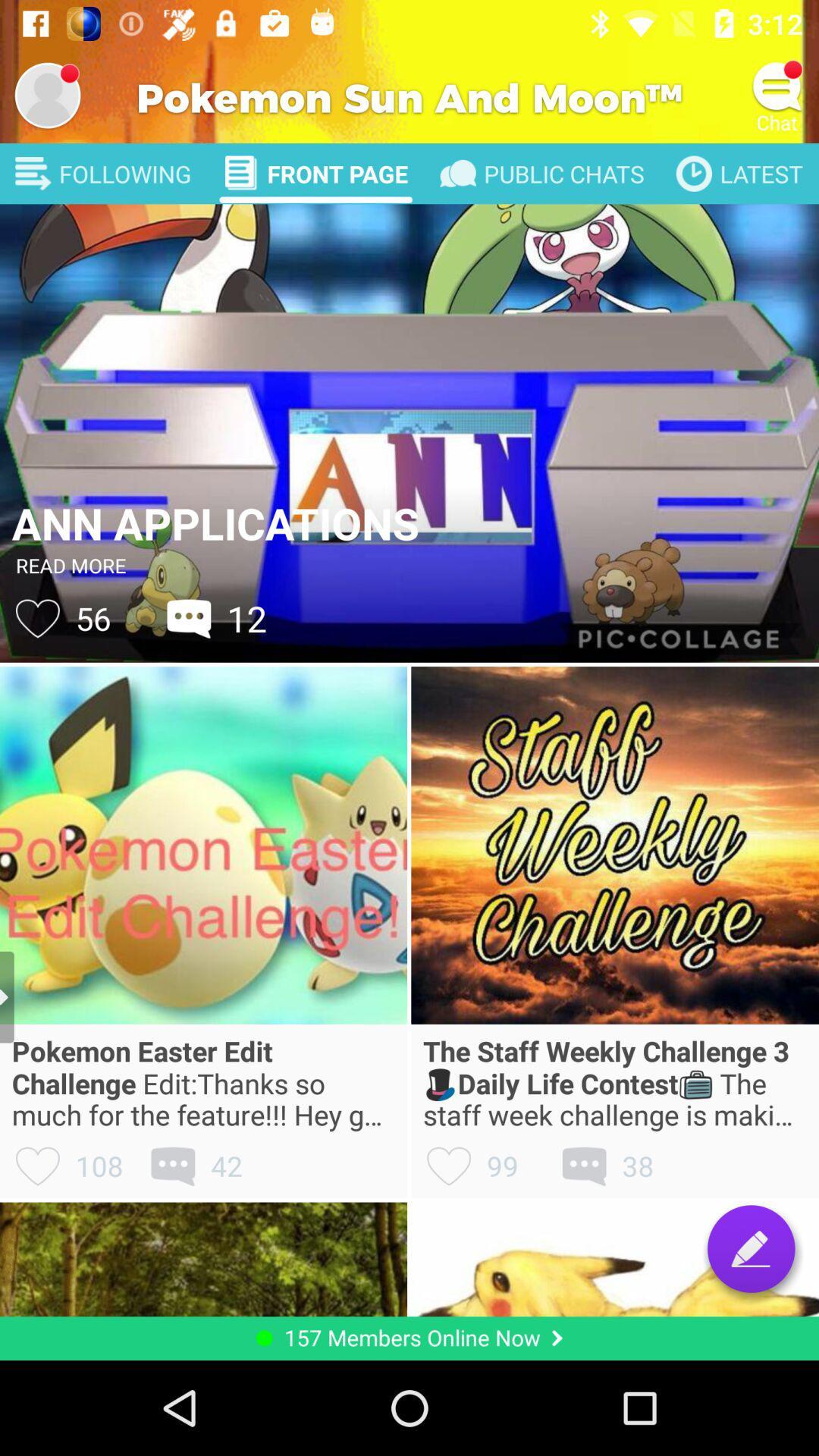  Describe the element at coordinates (751, 1248) in the screenshot. I see `edit` at that location.